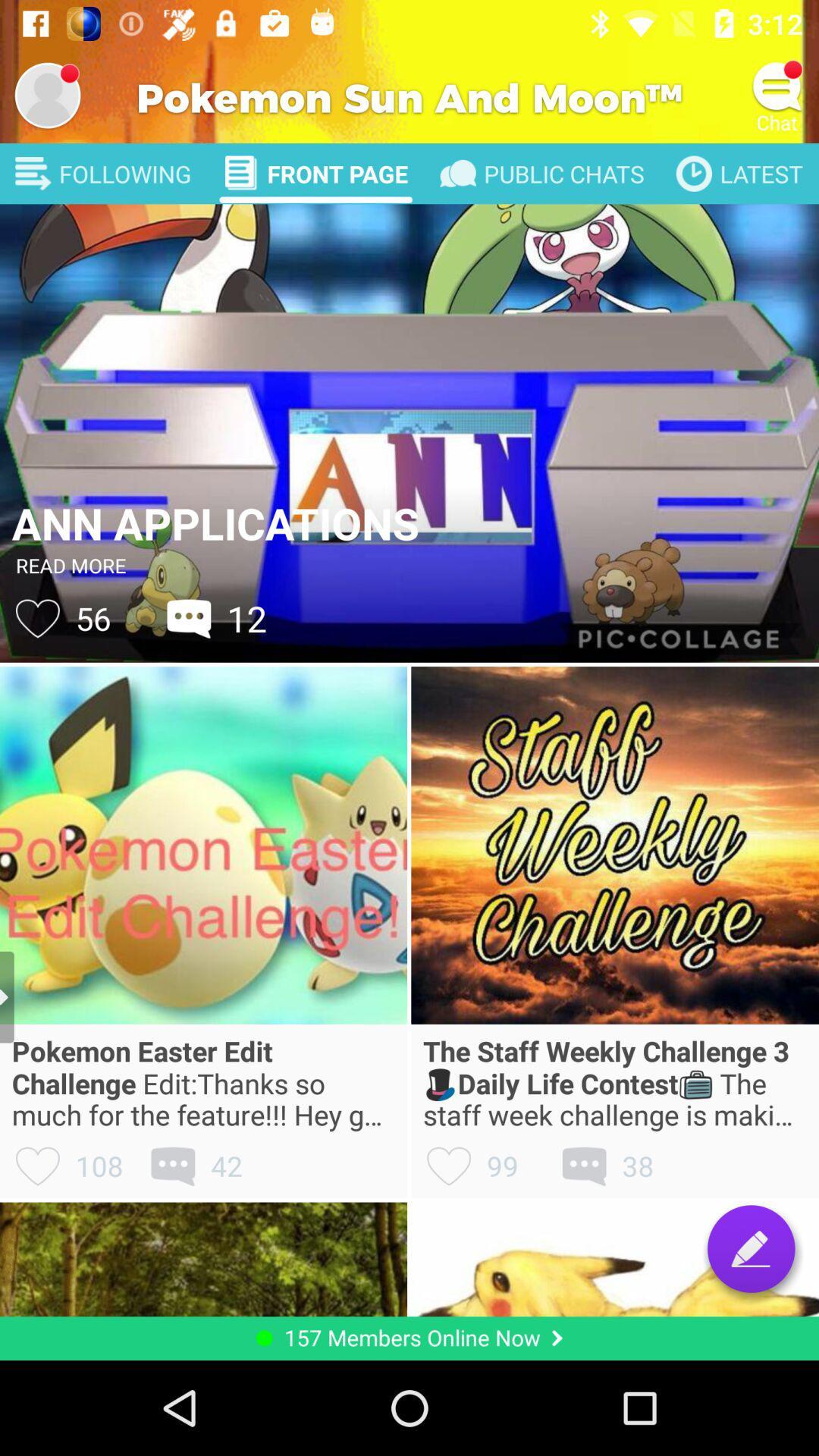  Describe the element at coordinates (751, 1248) in the screenshot. I see `edit` at that location.